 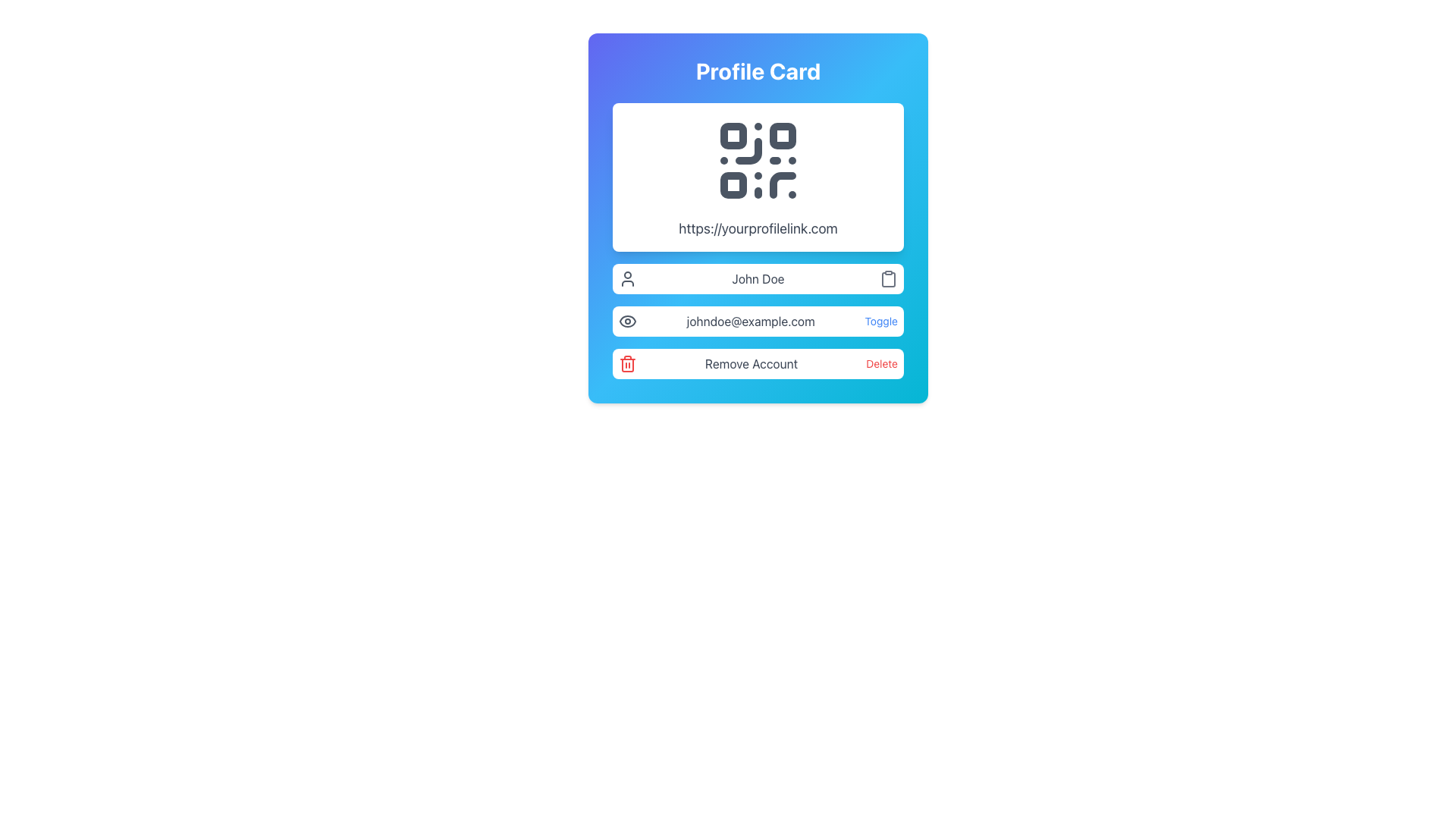 What do you see at coordinates (882, 363) in the screenshot?
I see `the 'Delete' text label styled in red font located on the far right of the 'Remove Account' bar` at bounding box center [882, 363].